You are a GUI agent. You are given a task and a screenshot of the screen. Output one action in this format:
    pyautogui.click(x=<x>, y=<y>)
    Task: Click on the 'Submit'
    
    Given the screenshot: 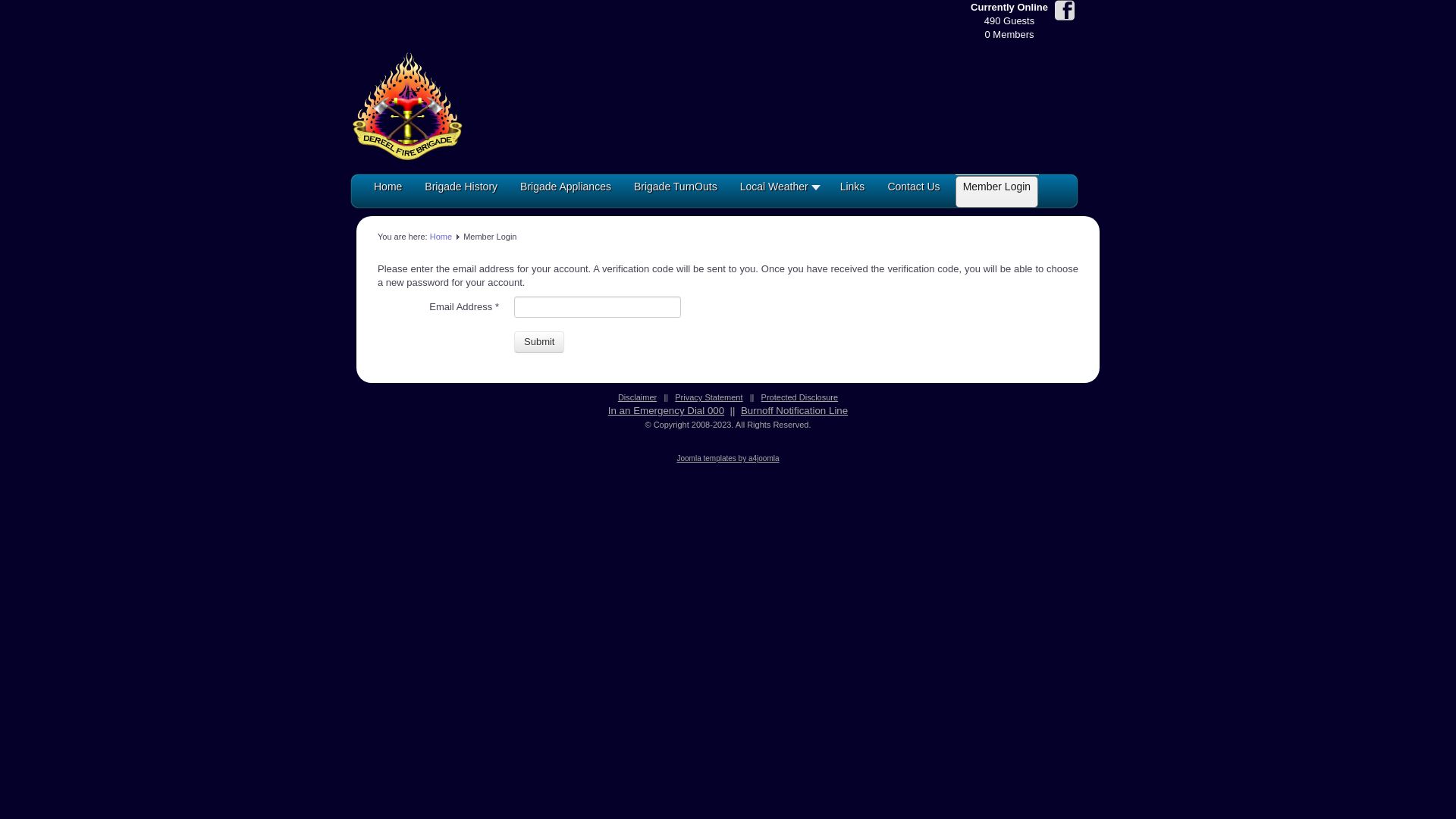 What is the action you would take?
    pyautogui.click(x=538, y=342)
    